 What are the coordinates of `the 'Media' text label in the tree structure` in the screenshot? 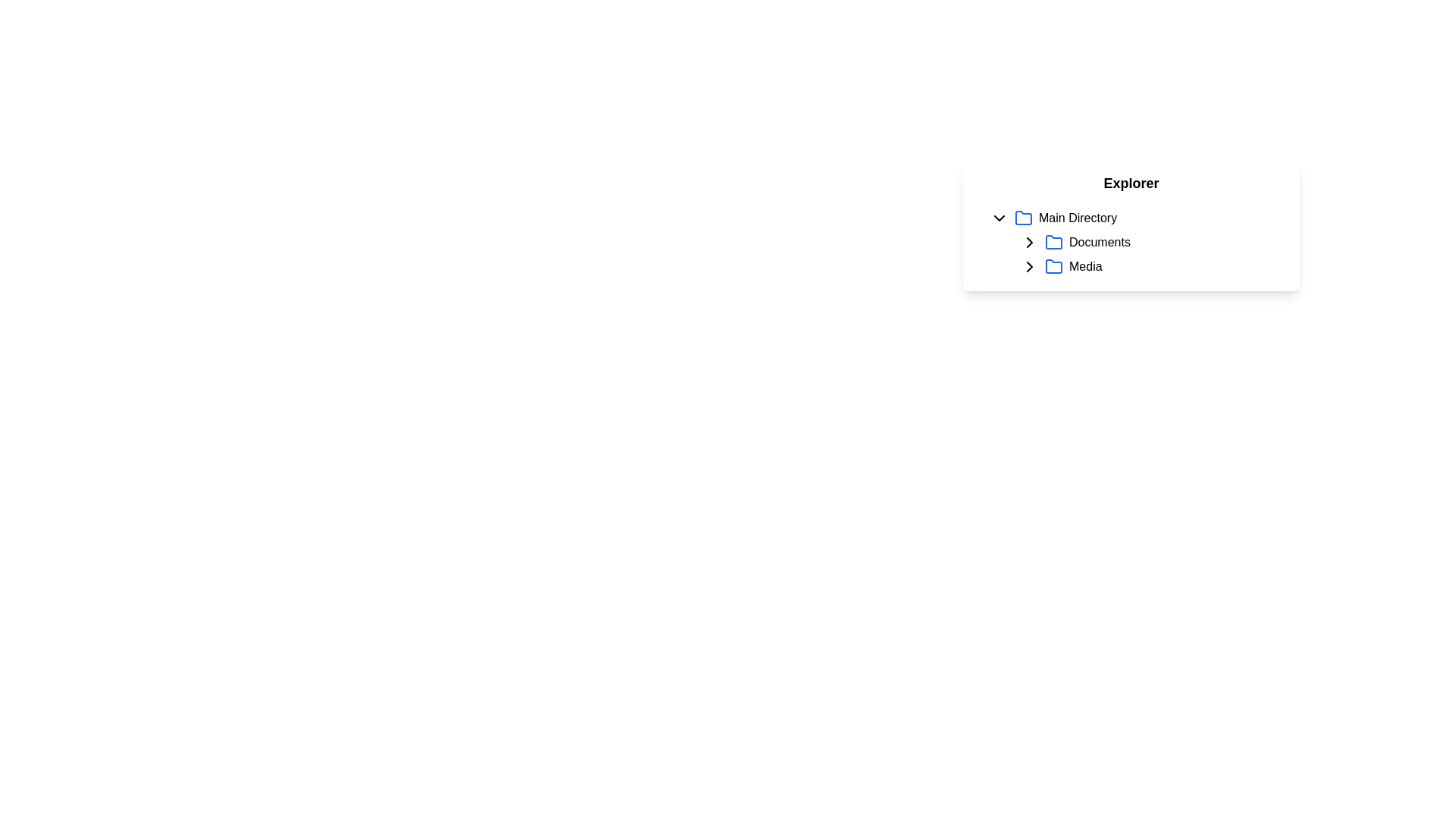 It's located at (1084, 265).